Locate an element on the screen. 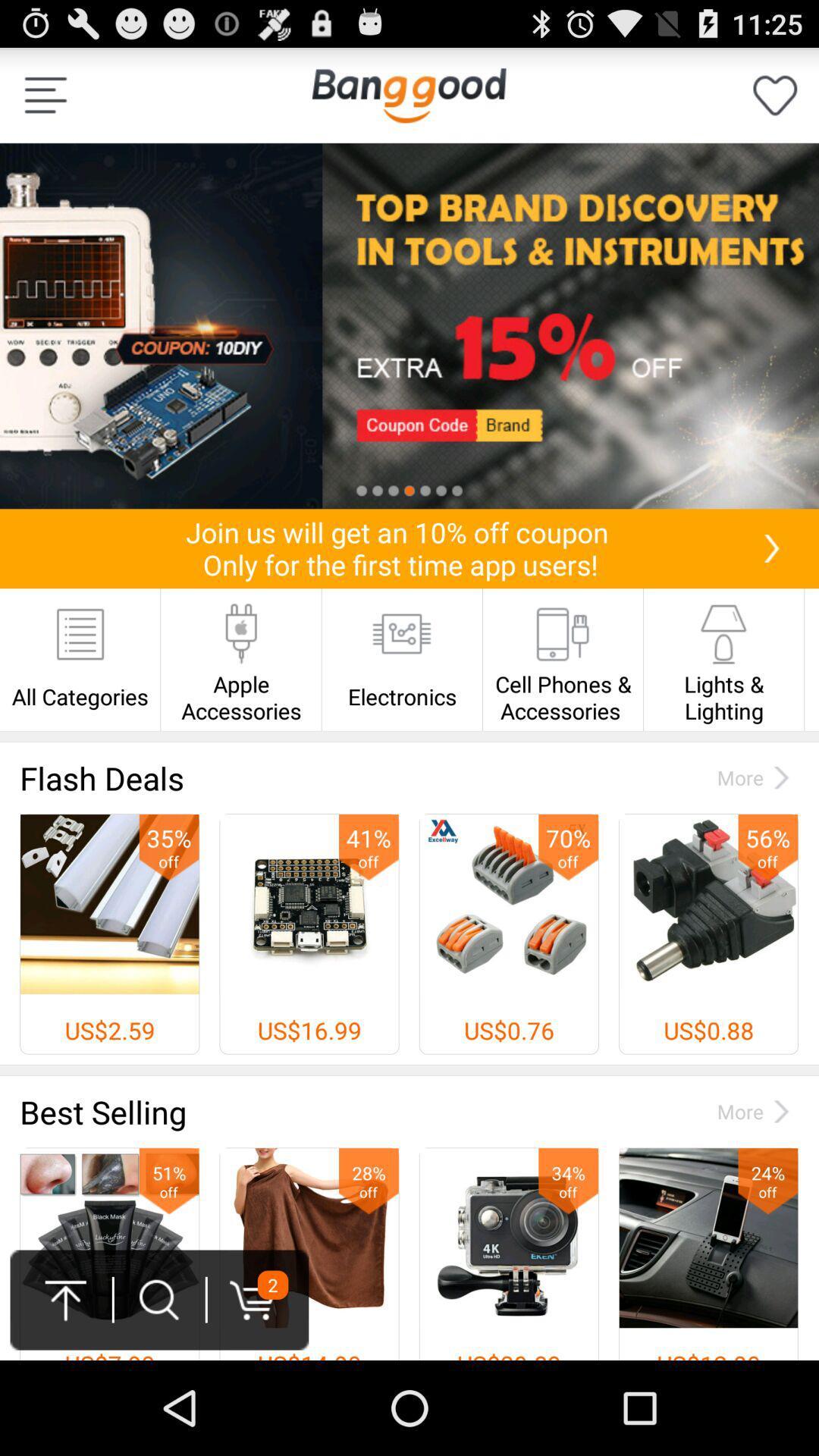  love website is located at coordinates (775, 94).